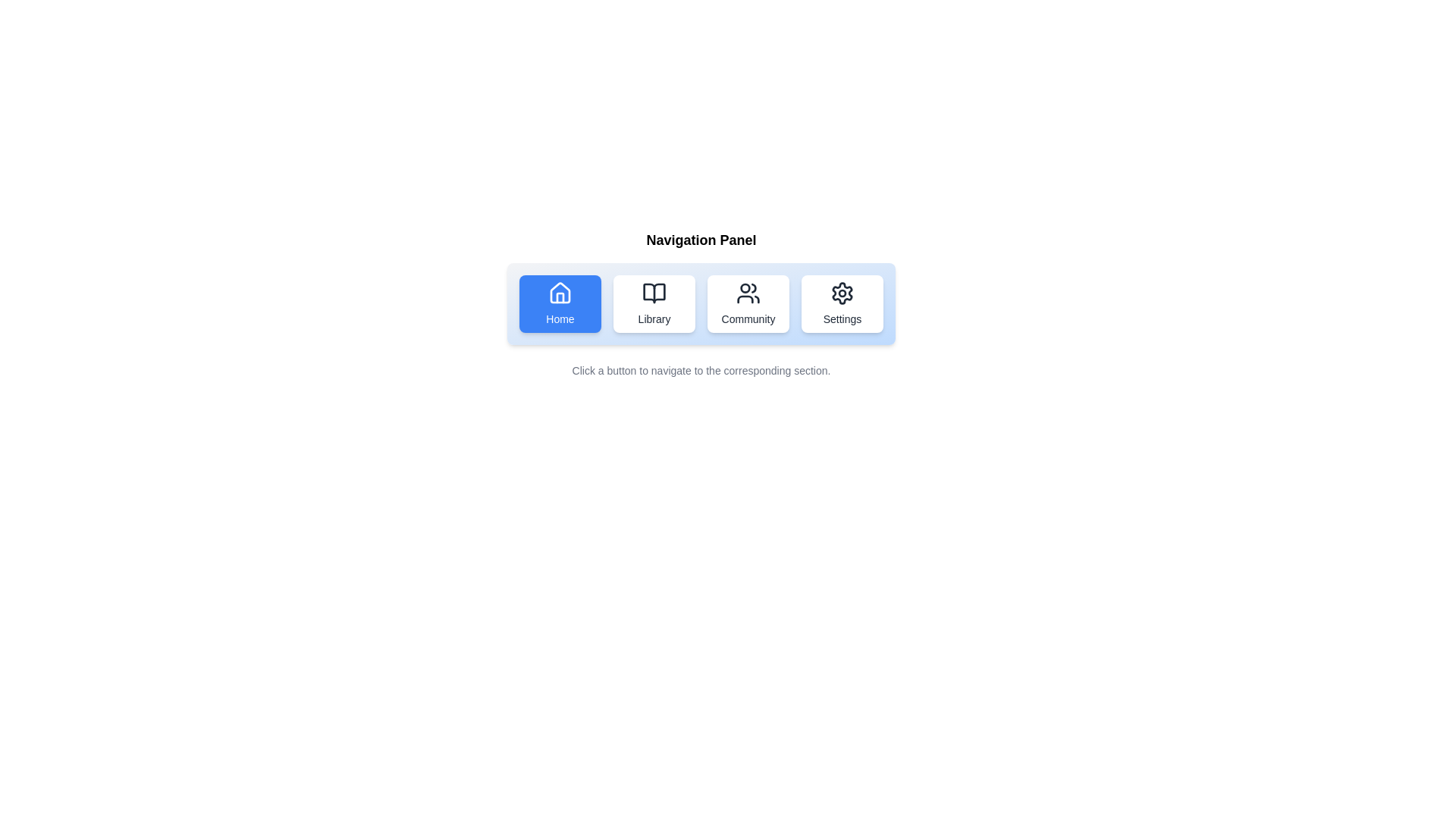  What do you see at coordinates (745, 288) in the screenshot?
I see `the small circular shape representing a user's head in the Community icon, which is the third icon from the left in the navigation bar` at bounding box center [745, 288].